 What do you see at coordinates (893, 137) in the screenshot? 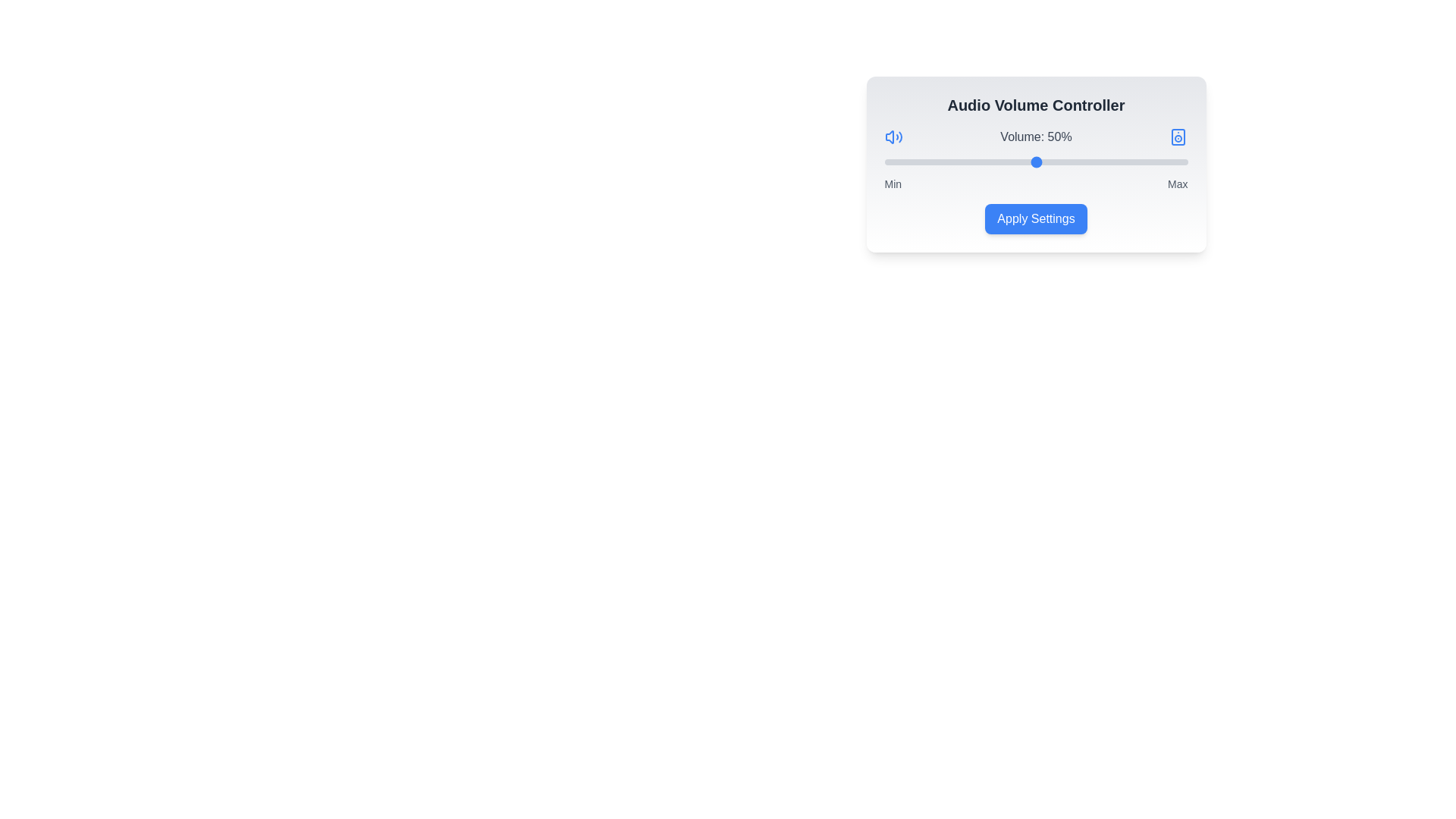
I see `the volume icon to toggle mute/unmute` at bounding box center [893, 137].